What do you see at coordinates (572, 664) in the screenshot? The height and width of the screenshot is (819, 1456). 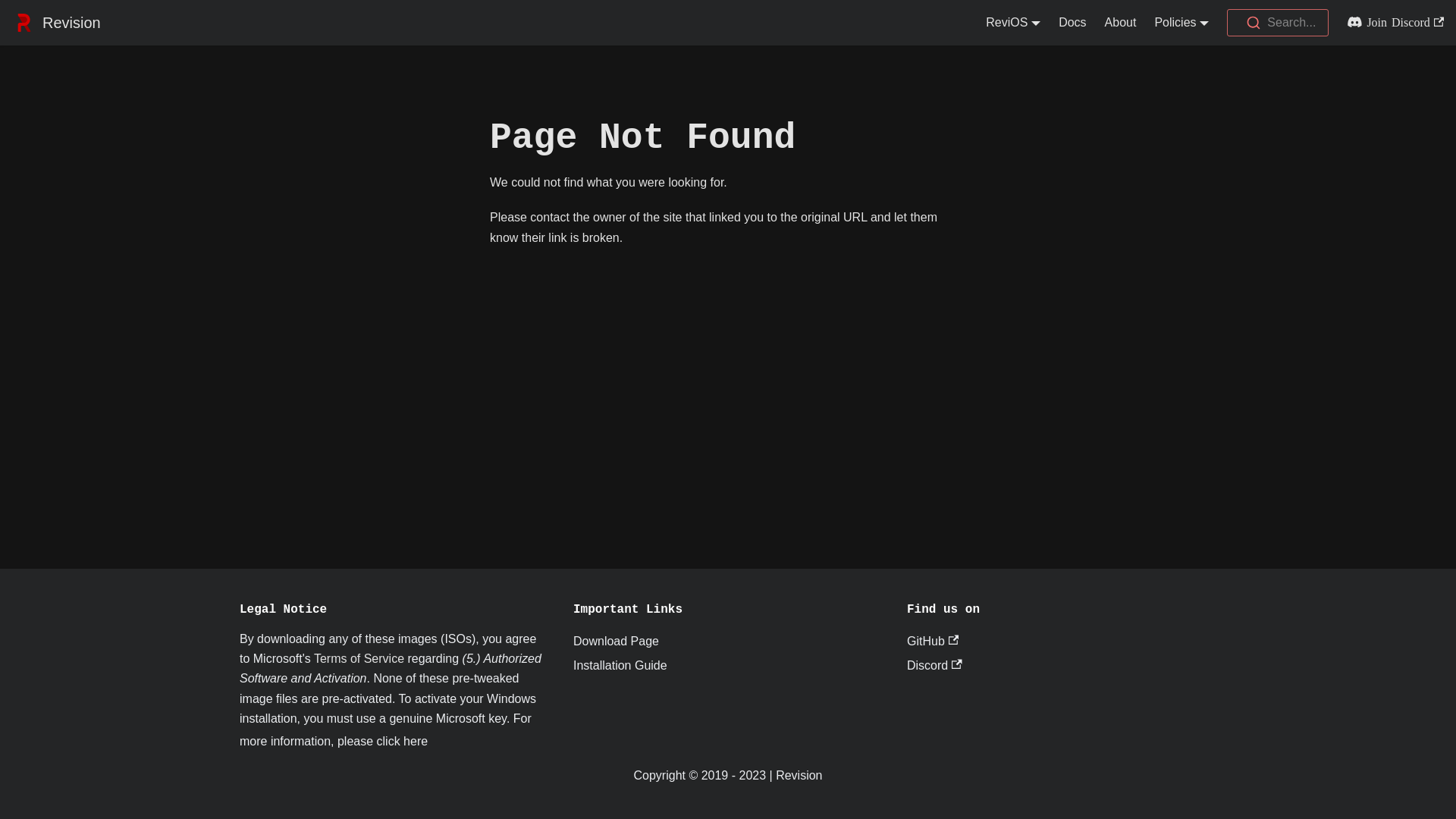 I see `'Installation Guide'` at bounding box center [572, 664].